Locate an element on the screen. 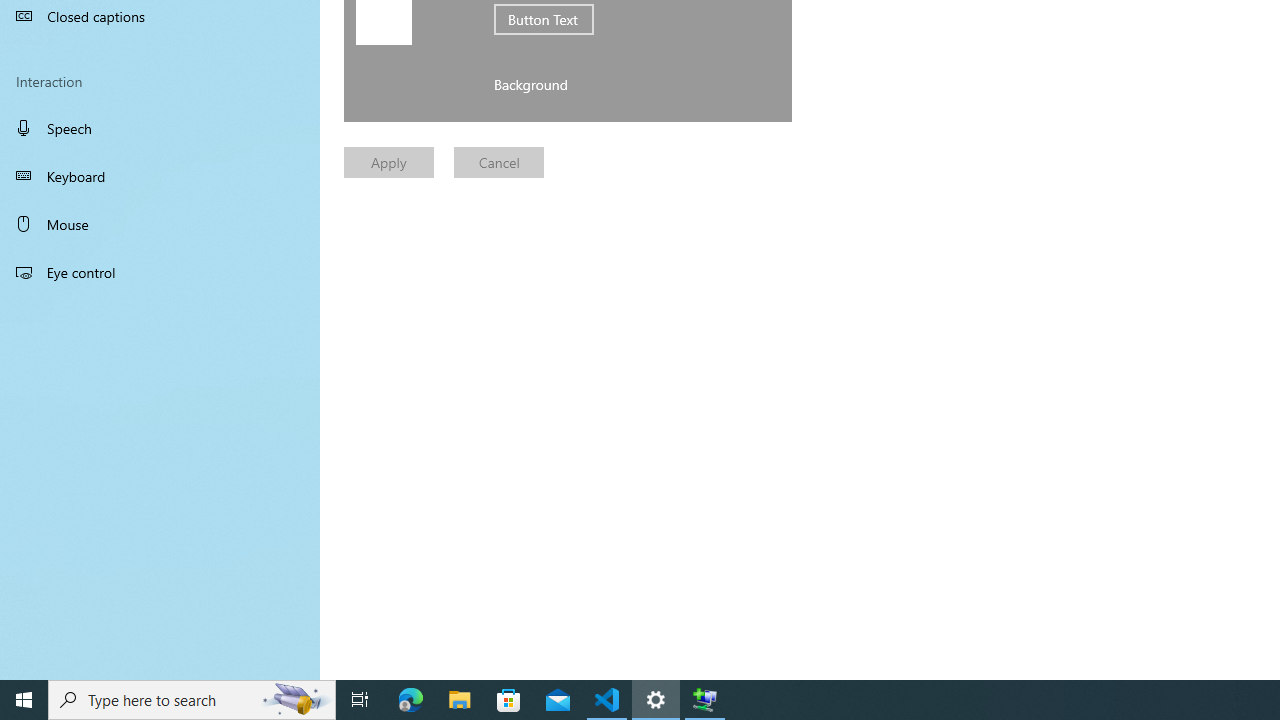 This screenshot has width=1280, height=720. 'Start' is located at coordinates (24, 698).